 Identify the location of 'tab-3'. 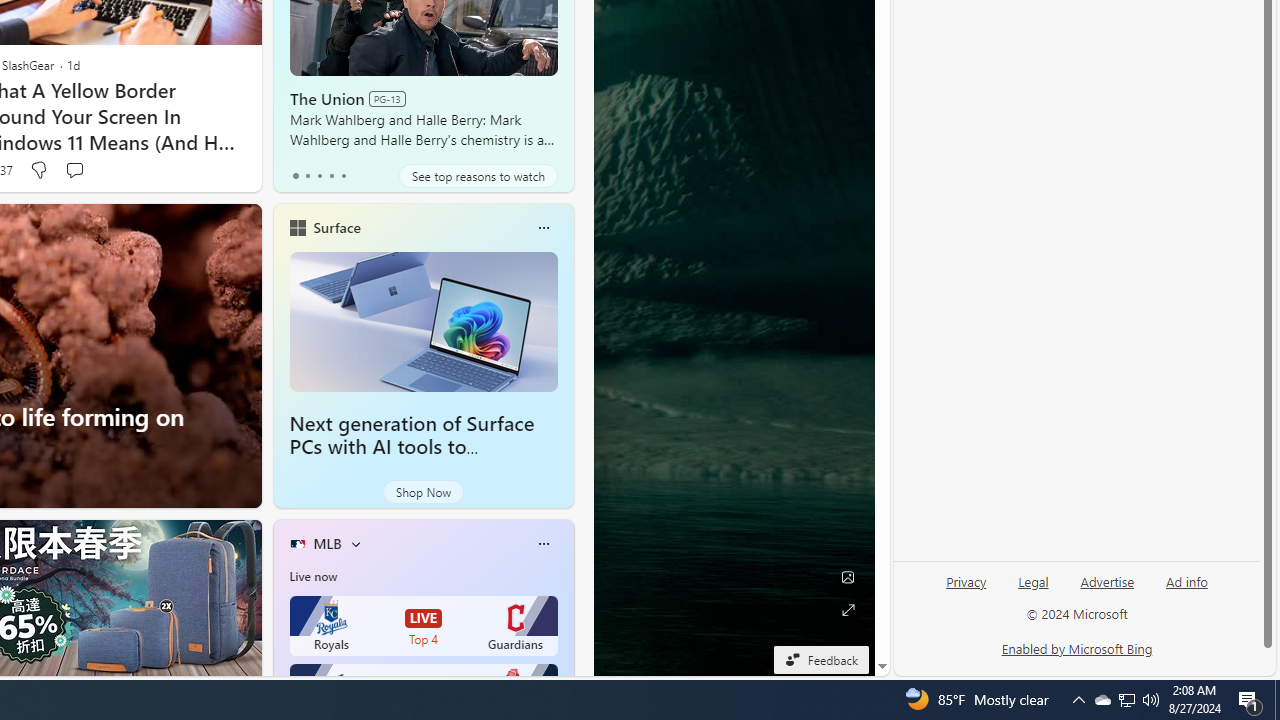
(331, 175).